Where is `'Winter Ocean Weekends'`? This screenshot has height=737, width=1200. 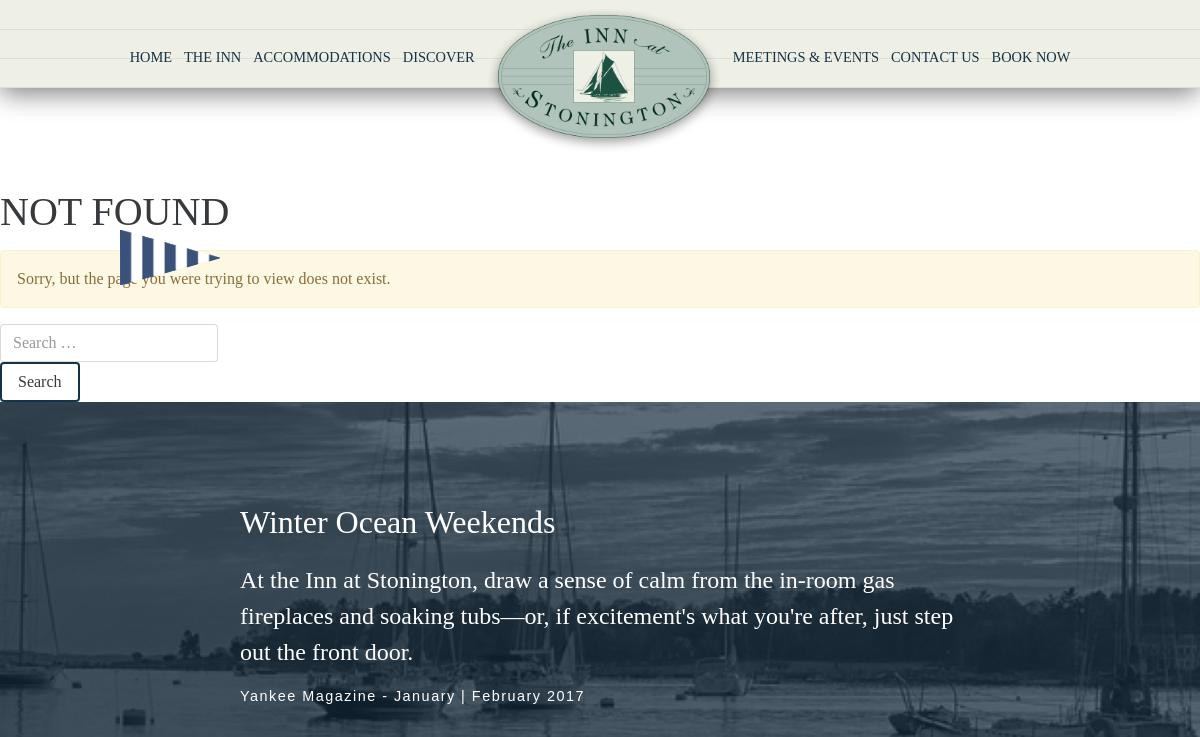
'Winter Ocean Weekends' is located at coordinates (239, 521).